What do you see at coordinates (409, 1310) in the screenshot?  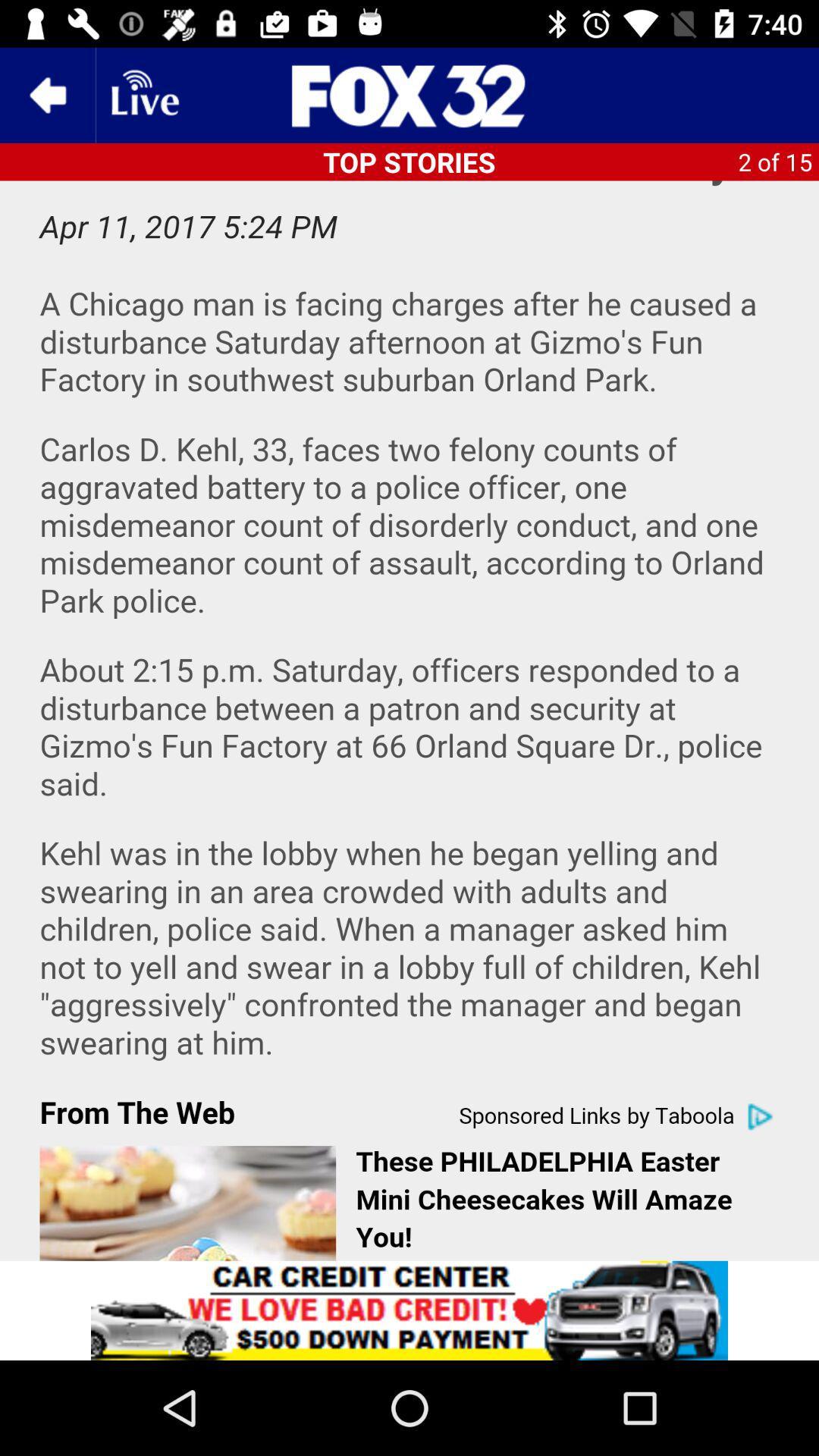 I see `advertisement` at bounding box center [409, 1310].